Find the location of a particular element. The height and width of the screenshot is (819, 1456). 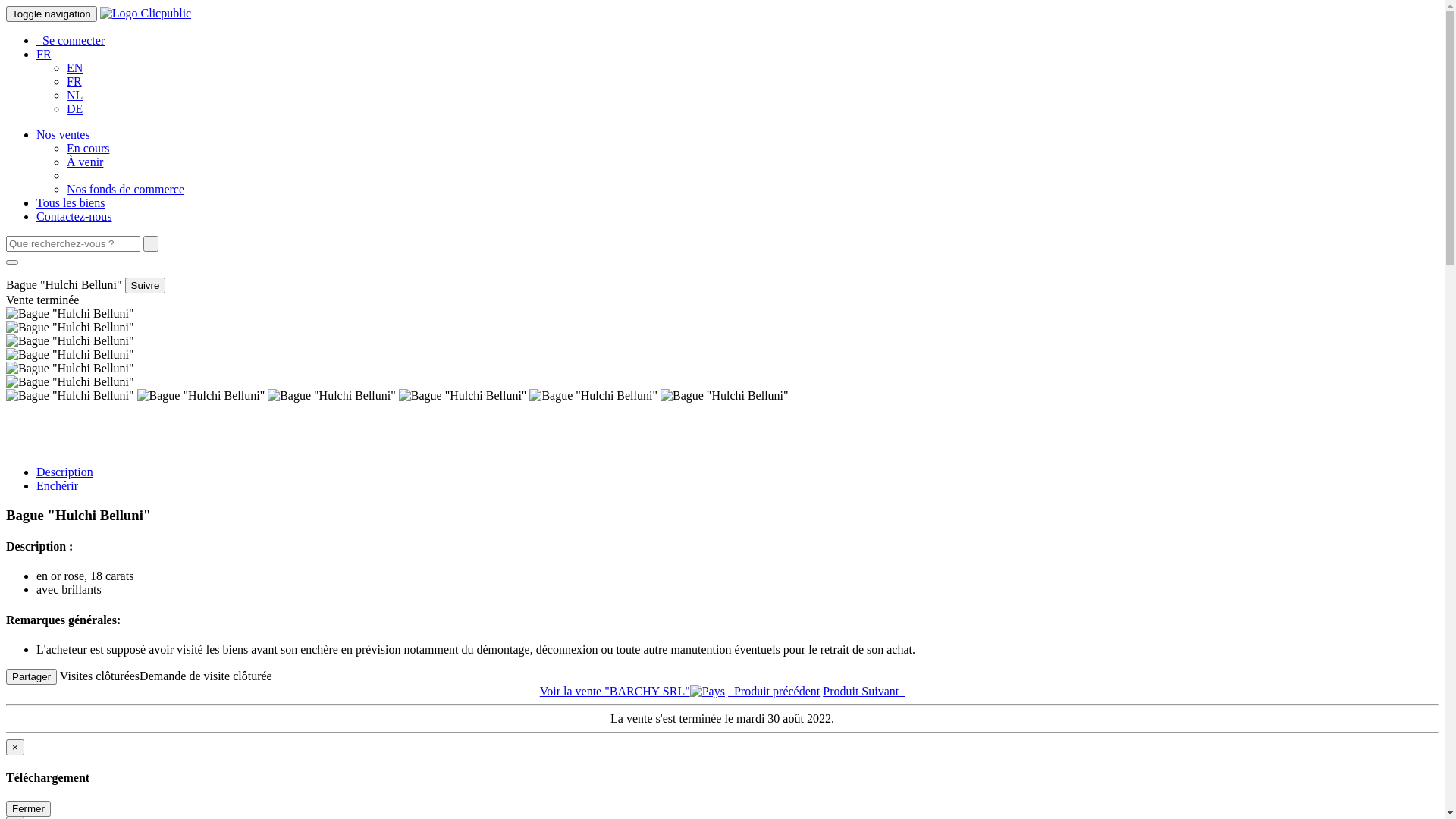

'Nos fonds de commerce' is located at coordinates (125, 188).